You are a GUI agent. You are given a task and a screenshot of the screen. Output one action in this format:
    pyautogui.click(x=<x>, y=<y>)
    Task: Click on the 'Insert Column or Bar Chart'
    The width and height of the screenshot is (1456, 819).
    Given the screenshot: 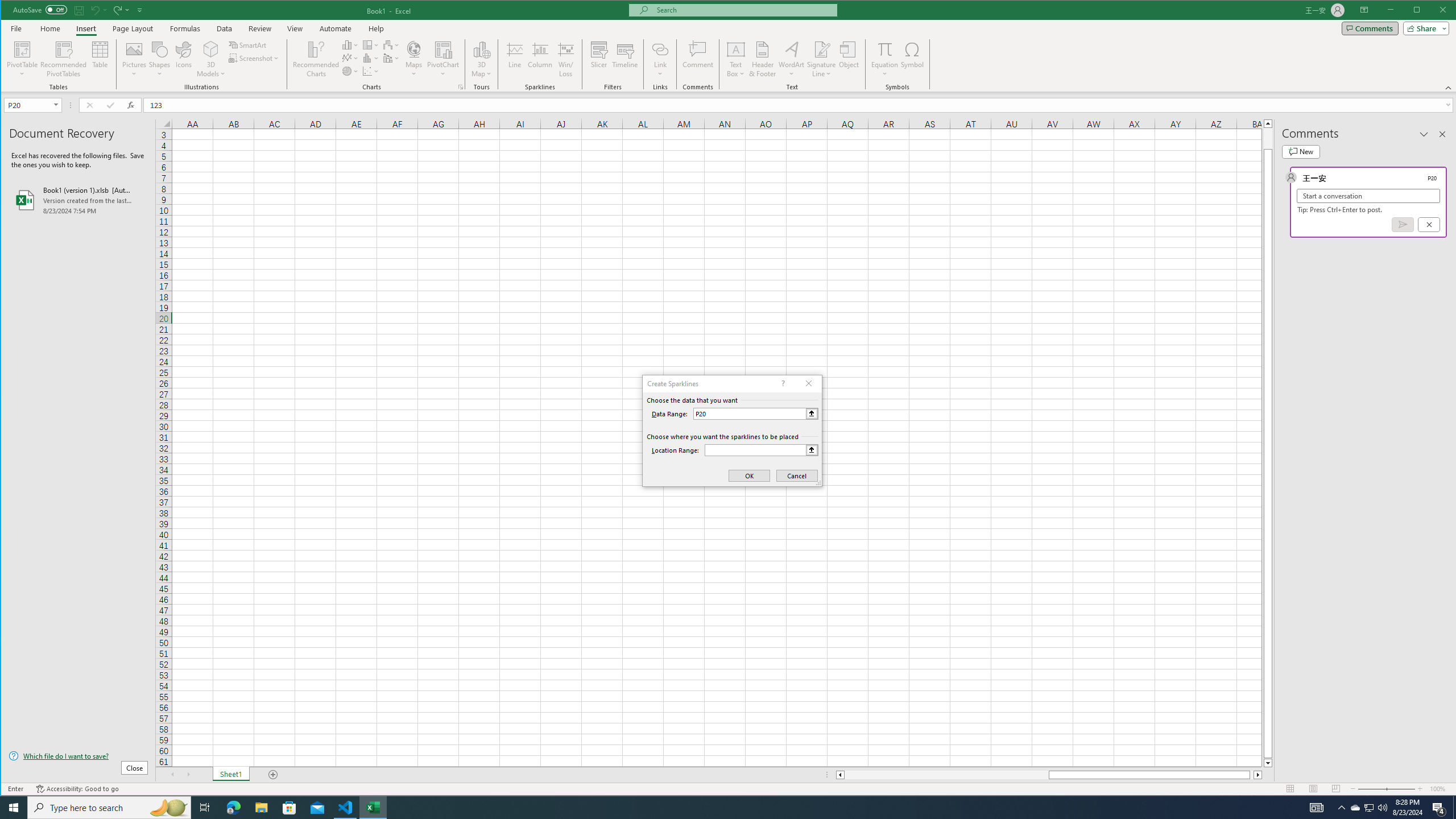 What is the action you would take?
    pyautogui.click(x=350, y=44)
    